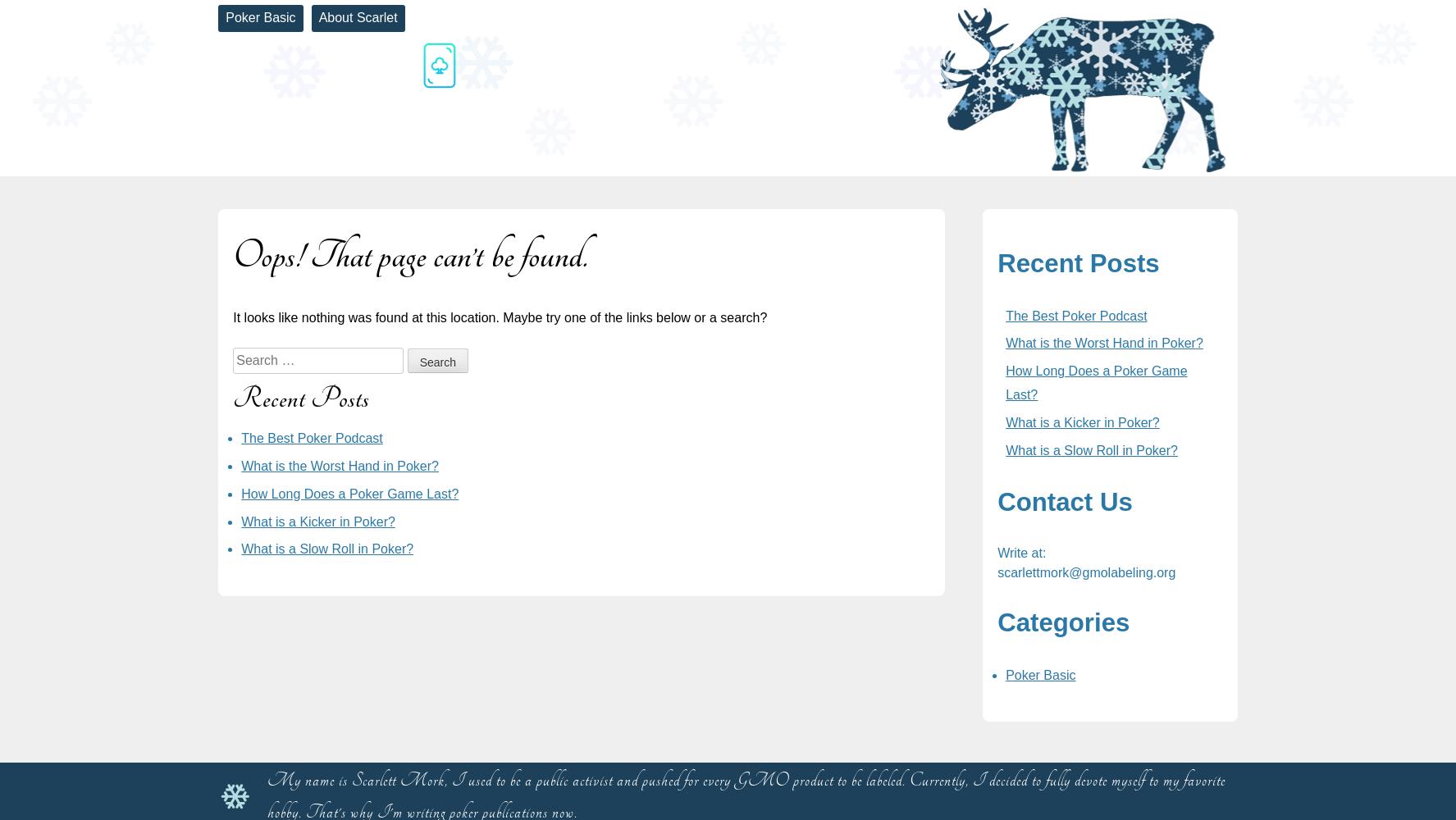 The width and height of the screenshot is (1456, 820). Describe the element at coordinates (409, 256) in the screenshot. I see `'Oops! That page can’t be found.'` at that location.